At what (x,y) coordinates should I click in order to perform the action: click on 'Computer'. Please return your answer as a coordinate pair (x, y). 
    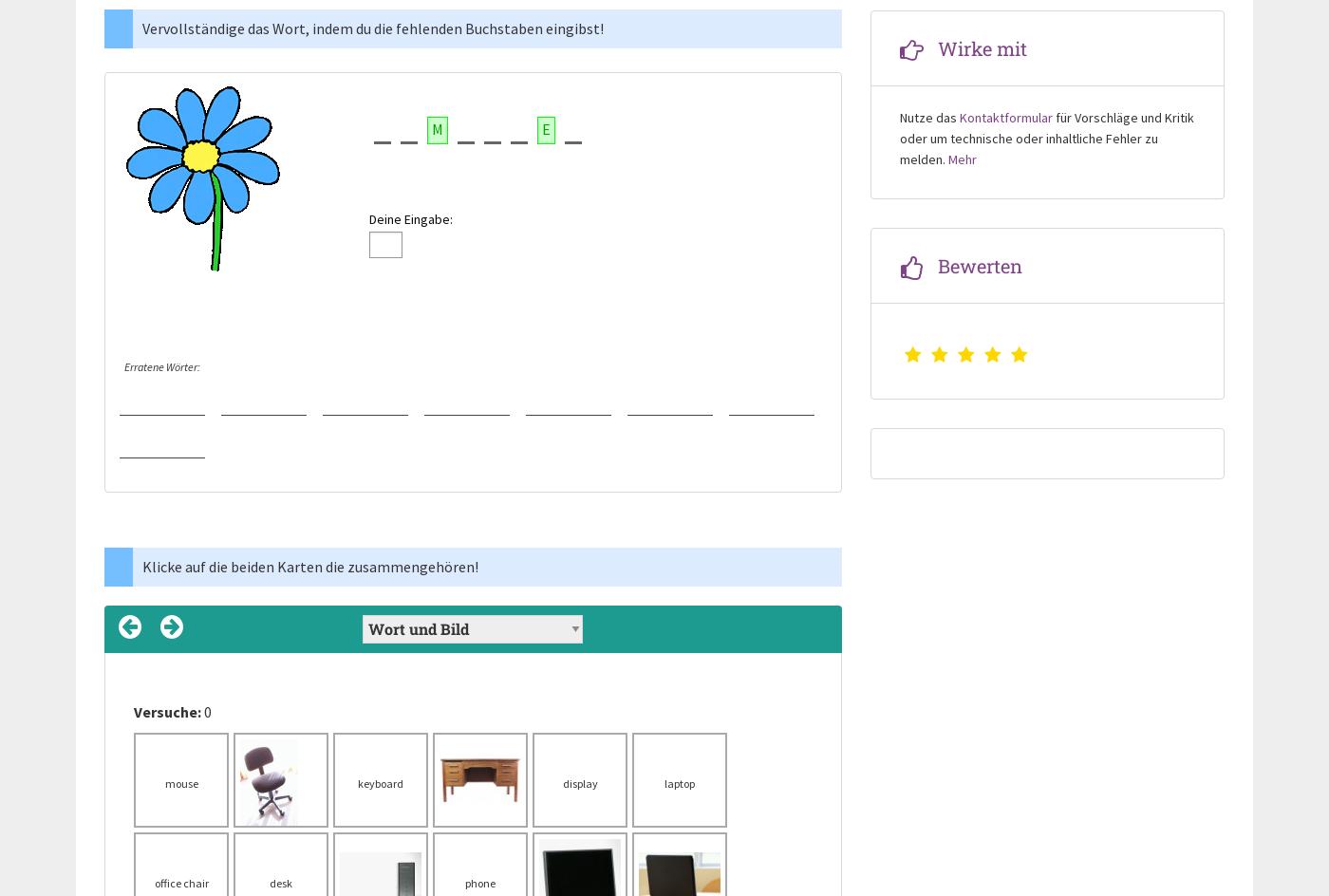
    Looking at the image, I should click on (679, 880).